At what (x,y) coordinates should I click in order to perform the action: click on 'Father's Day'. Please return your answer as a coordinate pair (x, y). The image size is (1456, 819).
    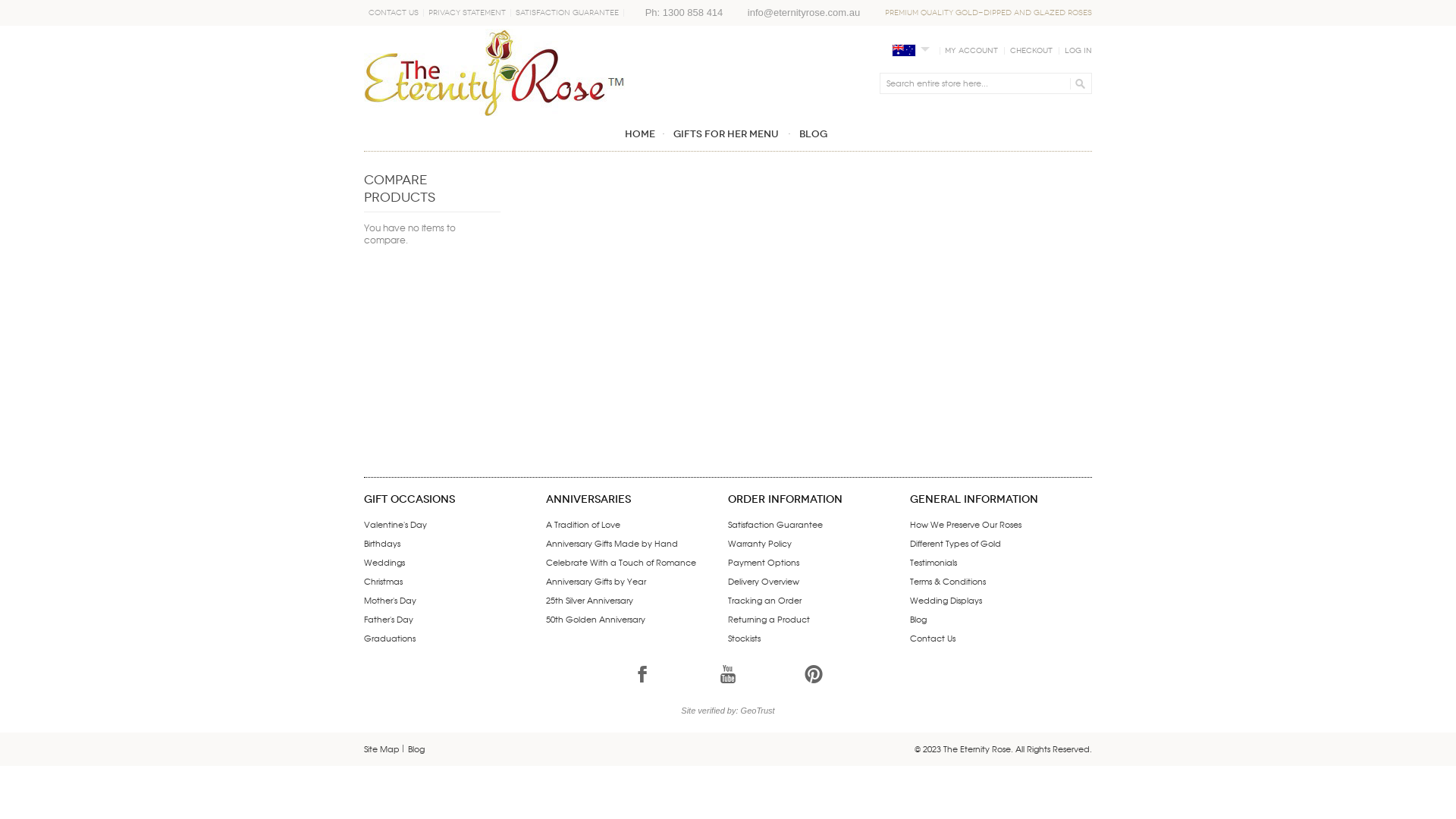
    Looking at the image, I should click on (388, 619).